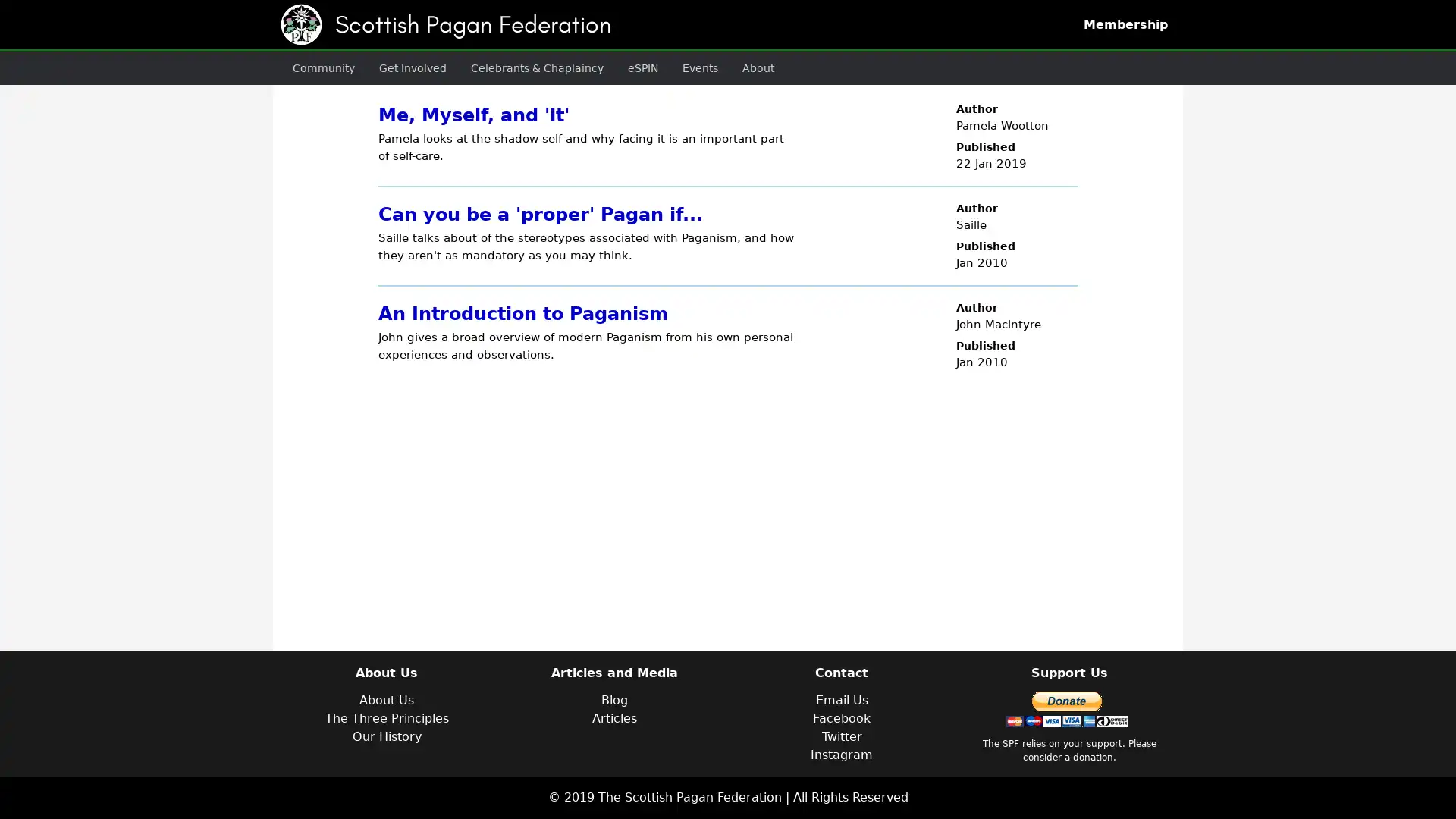 The image size is (1456, 819). I want to click on Community, so click(319, 67).